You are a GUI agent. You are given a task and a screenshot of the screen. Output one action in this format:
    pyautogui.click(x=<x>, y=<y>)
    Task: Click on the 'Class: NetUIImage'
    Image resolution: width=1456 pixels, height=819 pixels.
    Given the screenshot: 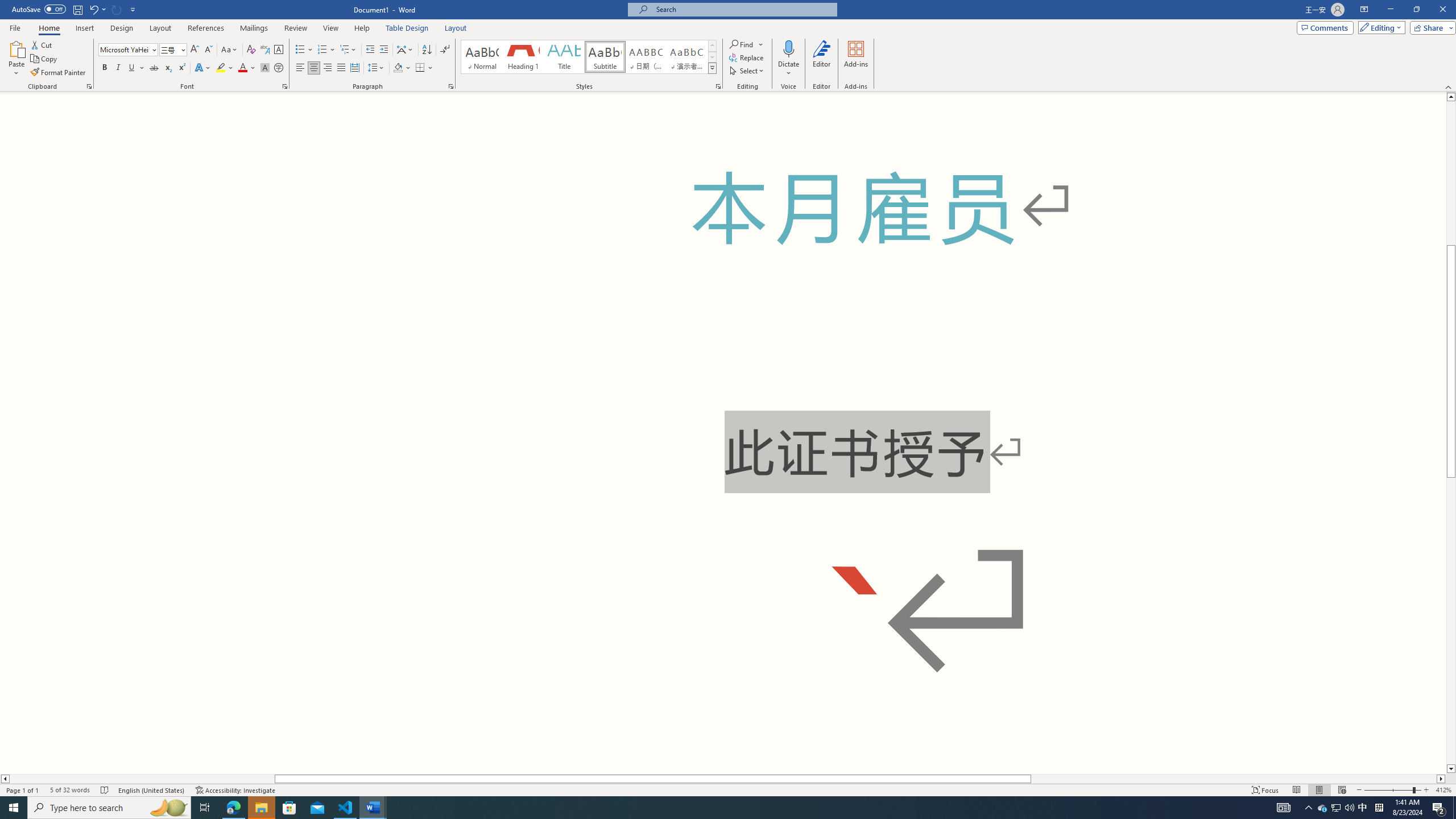 What is the action you would take?
    pyautogui.click(x=712, y=68)
    